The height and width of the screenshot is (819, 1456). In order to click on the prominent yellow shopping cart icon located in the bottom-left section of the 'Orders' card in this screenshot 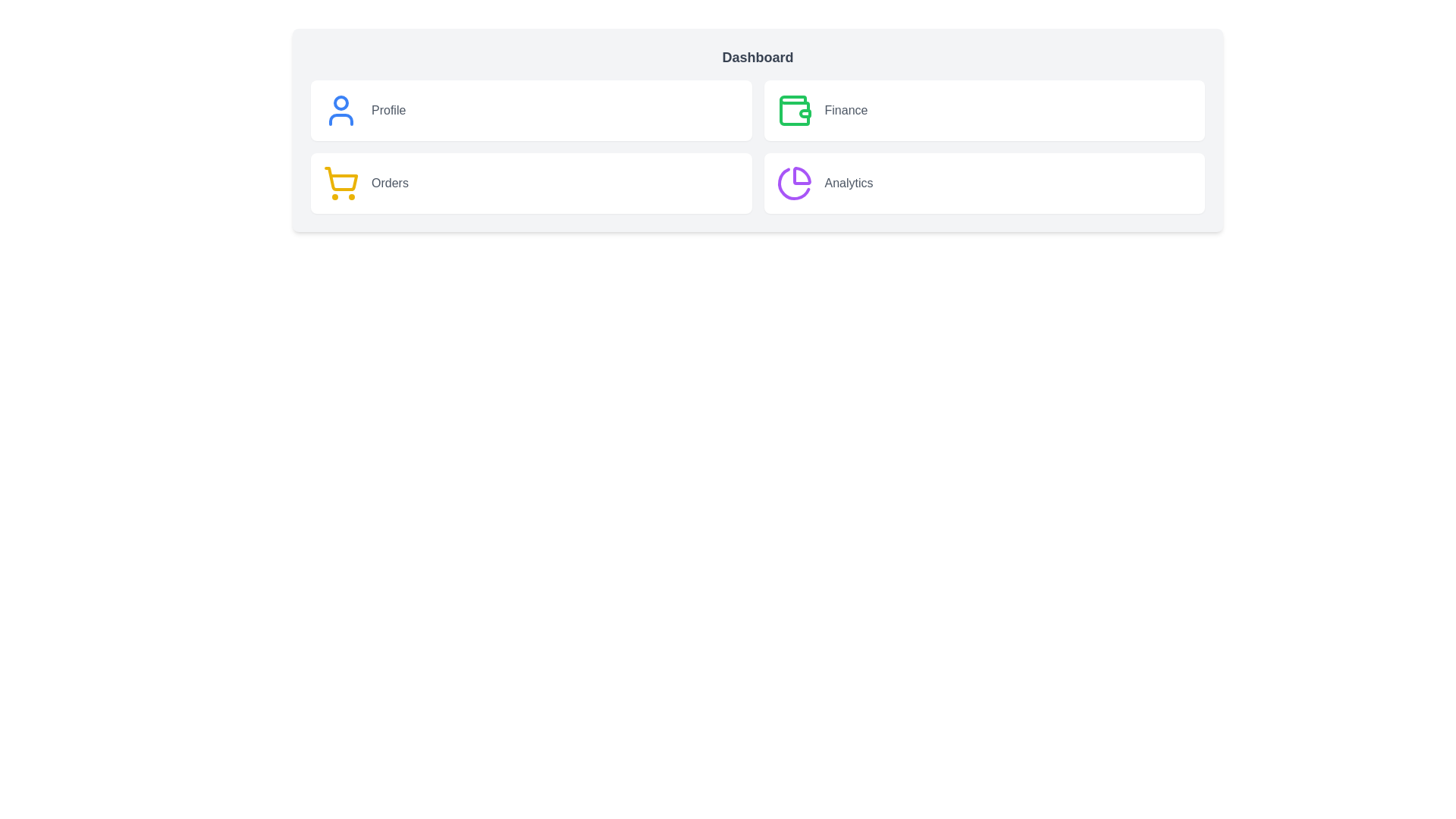, I will do `click(340, 178)`.